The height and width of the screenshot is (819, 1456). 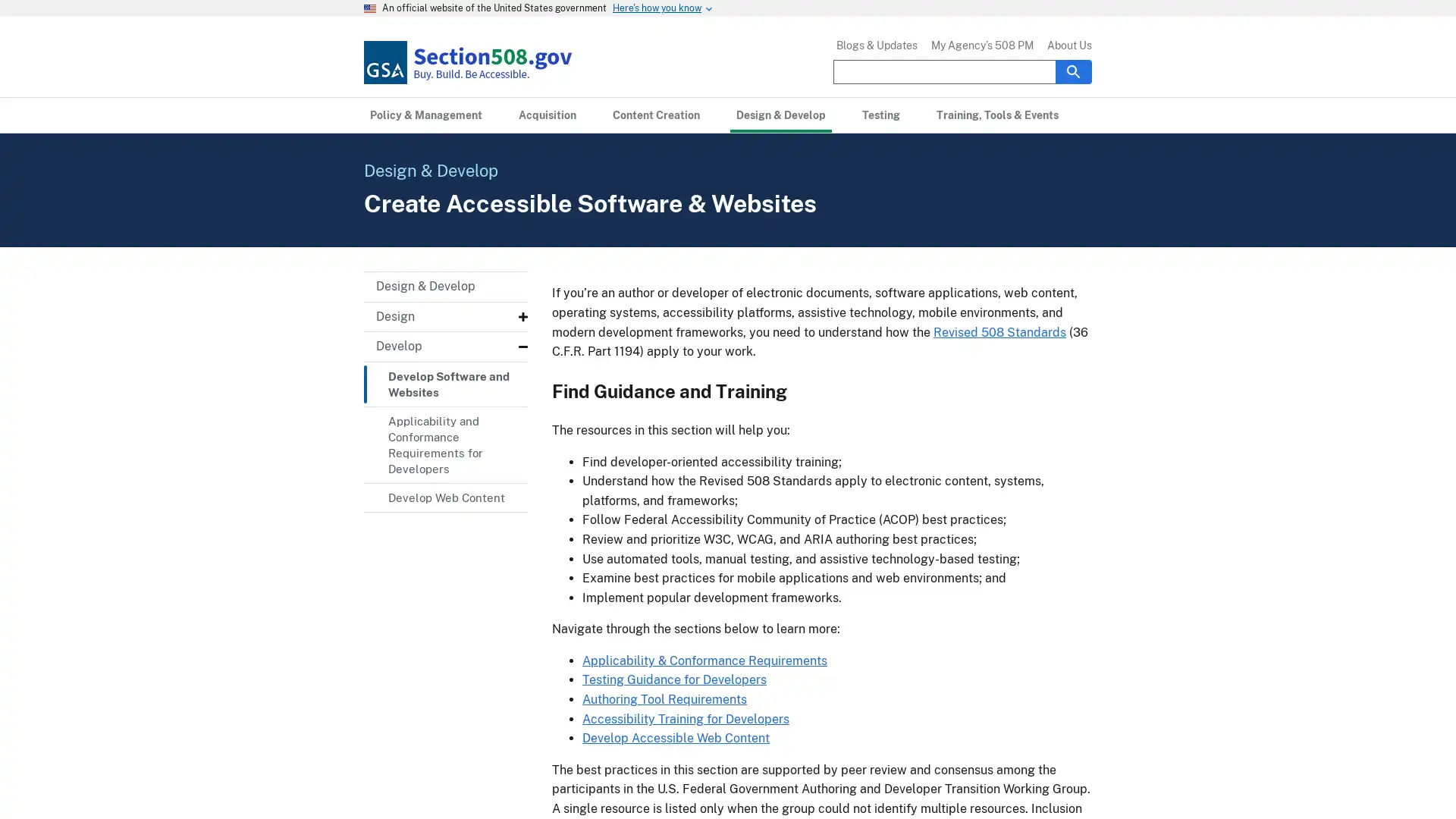 What do you see at coordinates (657, 8) in the screenshot?
I see `Here's how you know` at bounding box center [657, 8].